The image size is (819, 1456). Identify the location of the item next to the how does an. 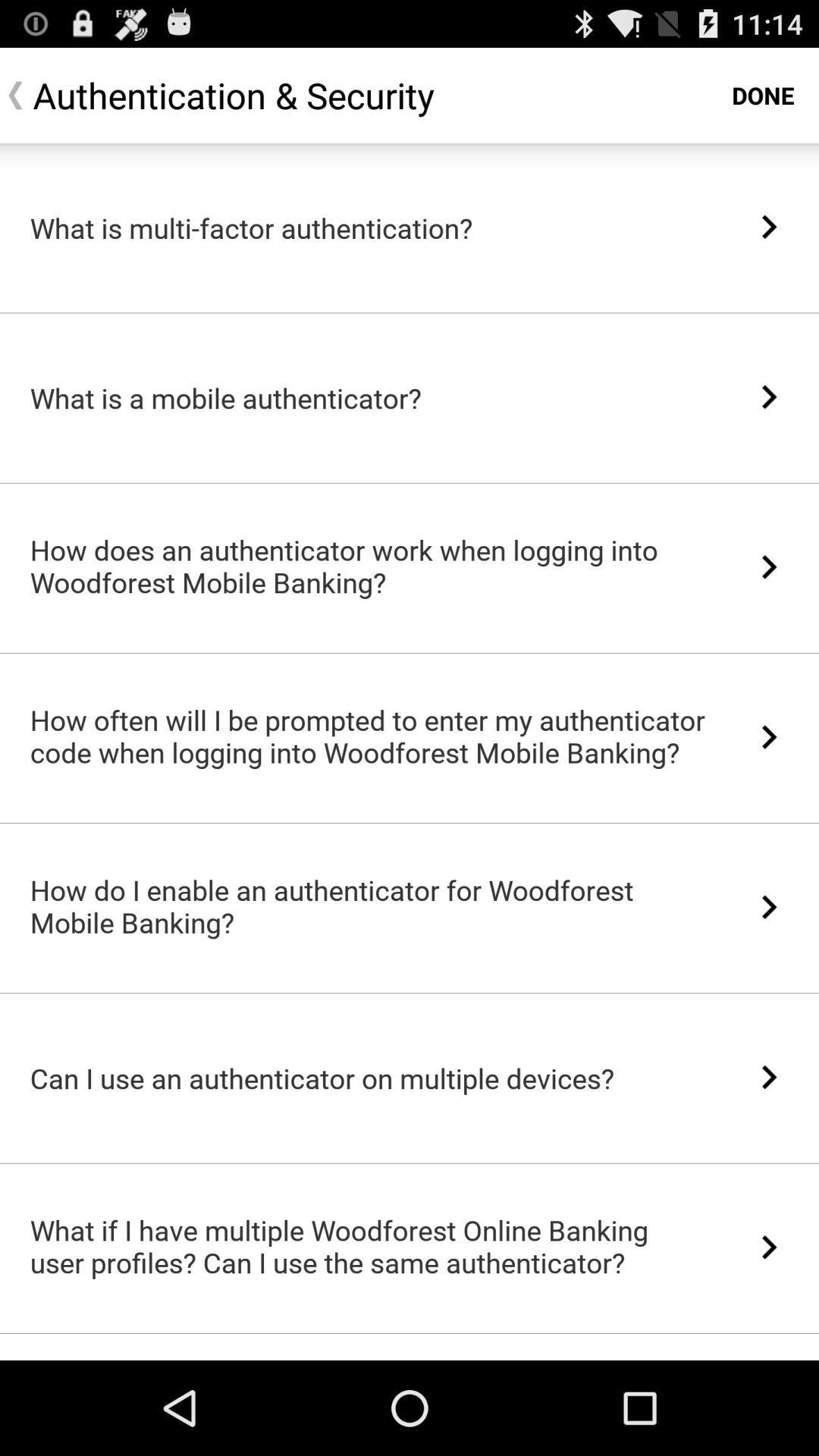
(769, 566).